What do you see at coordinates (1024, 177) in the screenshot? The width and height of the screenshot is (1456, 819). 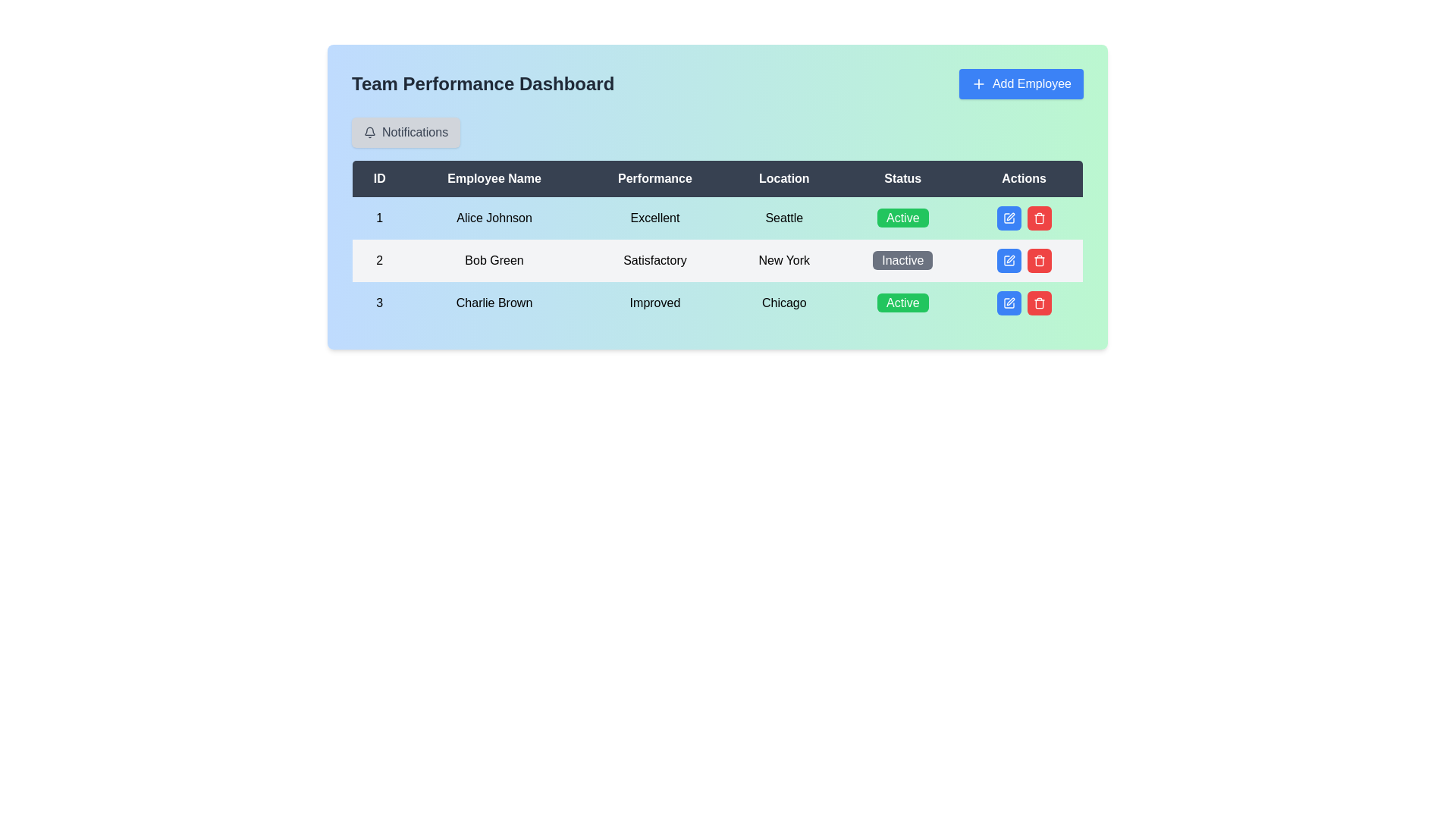 I see `the 'Actions' text label, which is styled with a dark background and white text, located in the header row above the data table` at bounding box center [1024, 177].